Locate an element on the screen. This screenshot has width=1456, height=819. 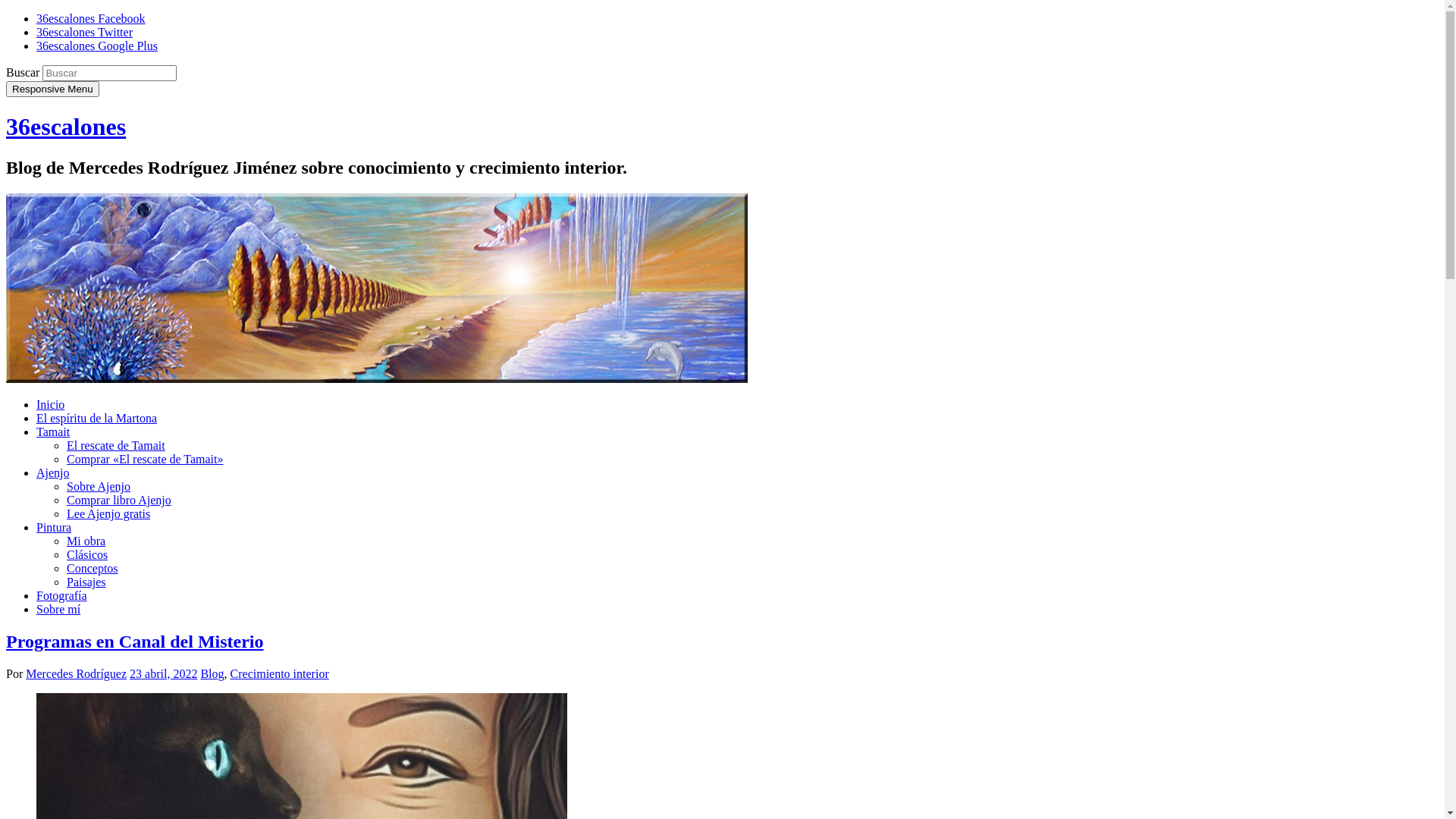
'36escalones' is located at coordinates (377, 378).